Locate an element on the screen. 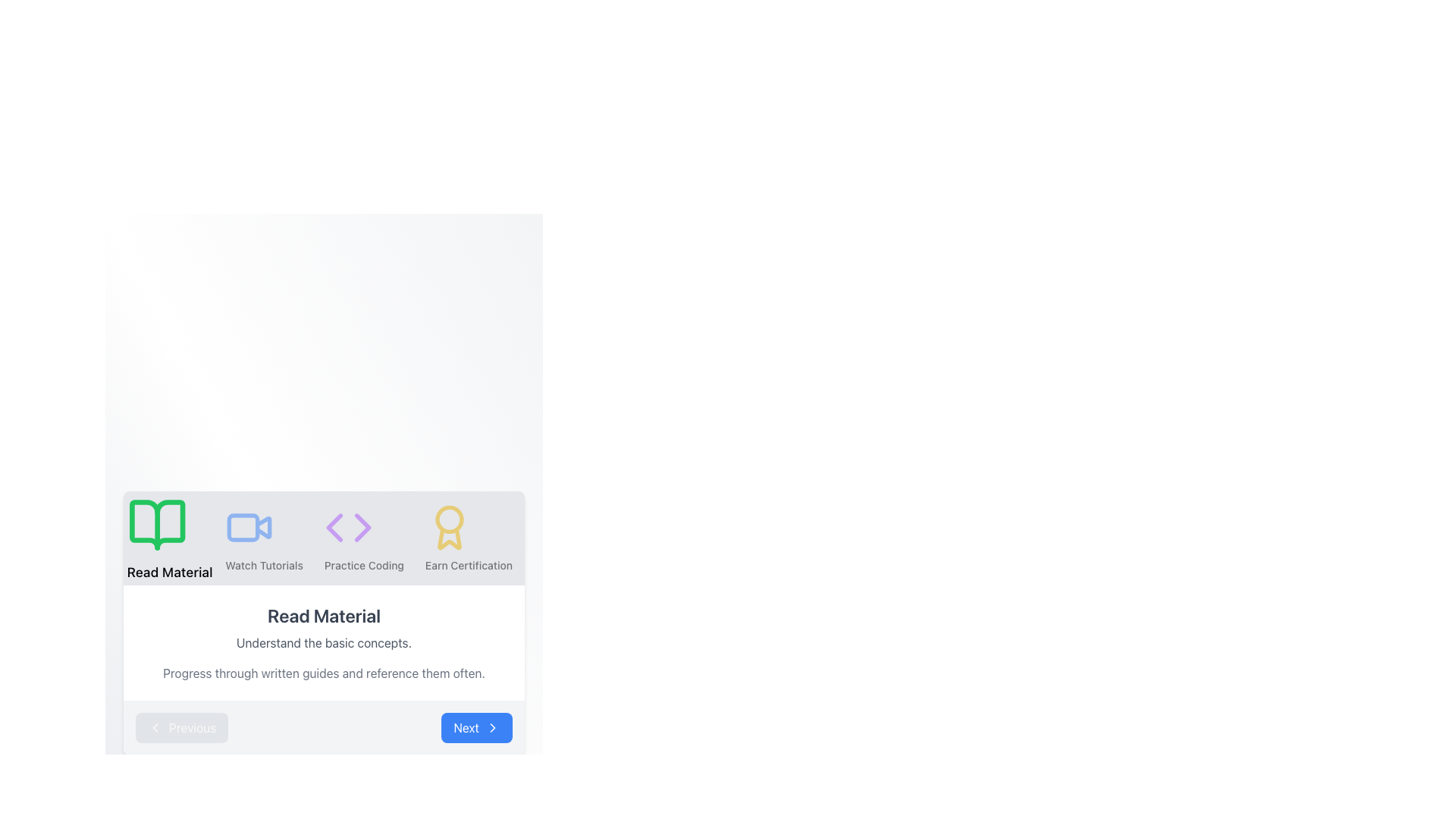  the interactive instruction/navigation bar containing sections labeled 'Read Material', 'Watch Tutorials', 'Practice Coding', and 'Earn Certification' is located at coordinates (323, 537).